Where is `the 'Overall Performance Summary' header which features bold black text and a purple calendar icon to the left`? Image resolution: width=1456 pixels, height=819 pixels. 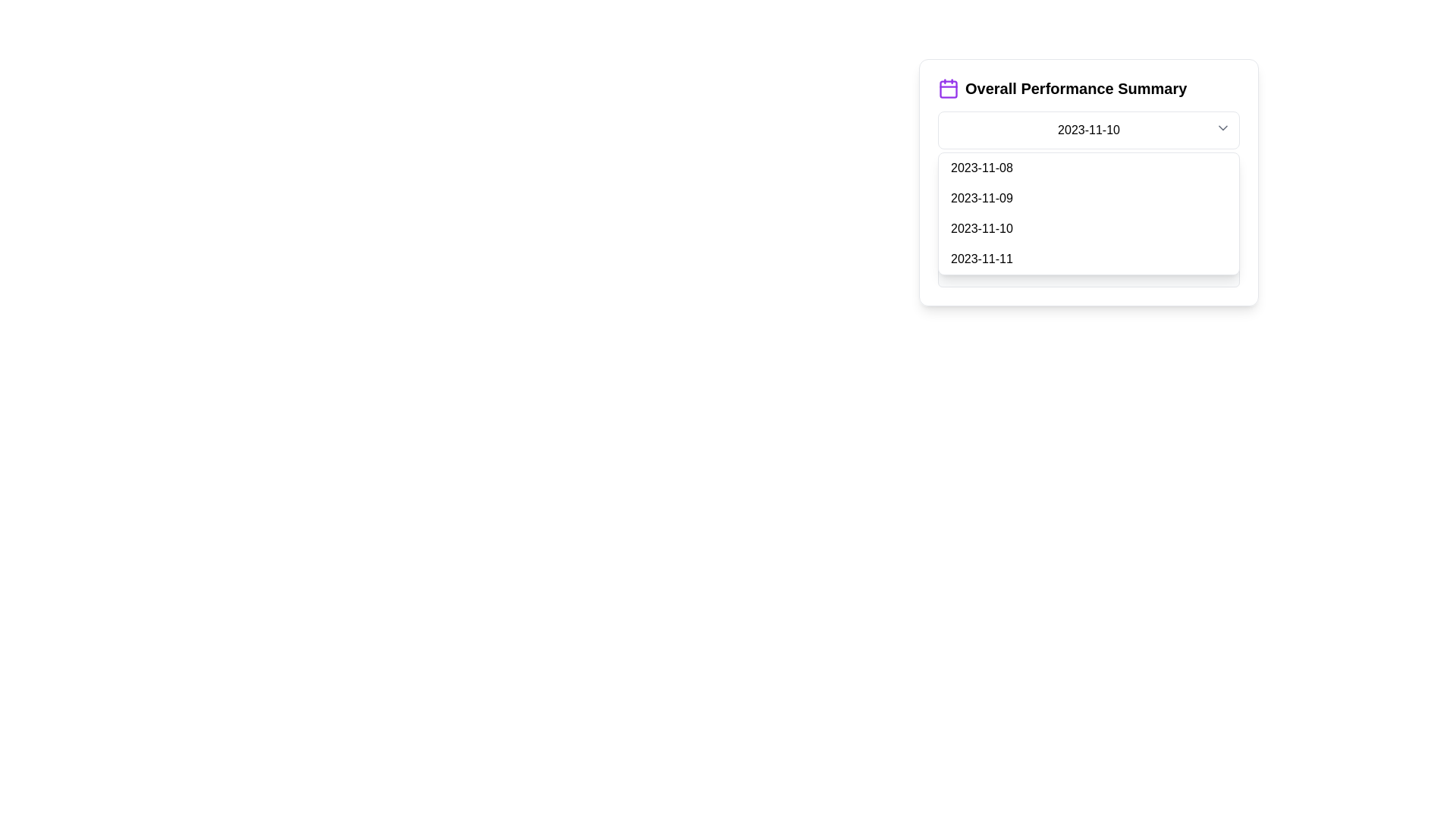
the 'Overall Performance Summary' header which features bold black text and a purple calendar icon to the left is located at coordinates (1087, 88).